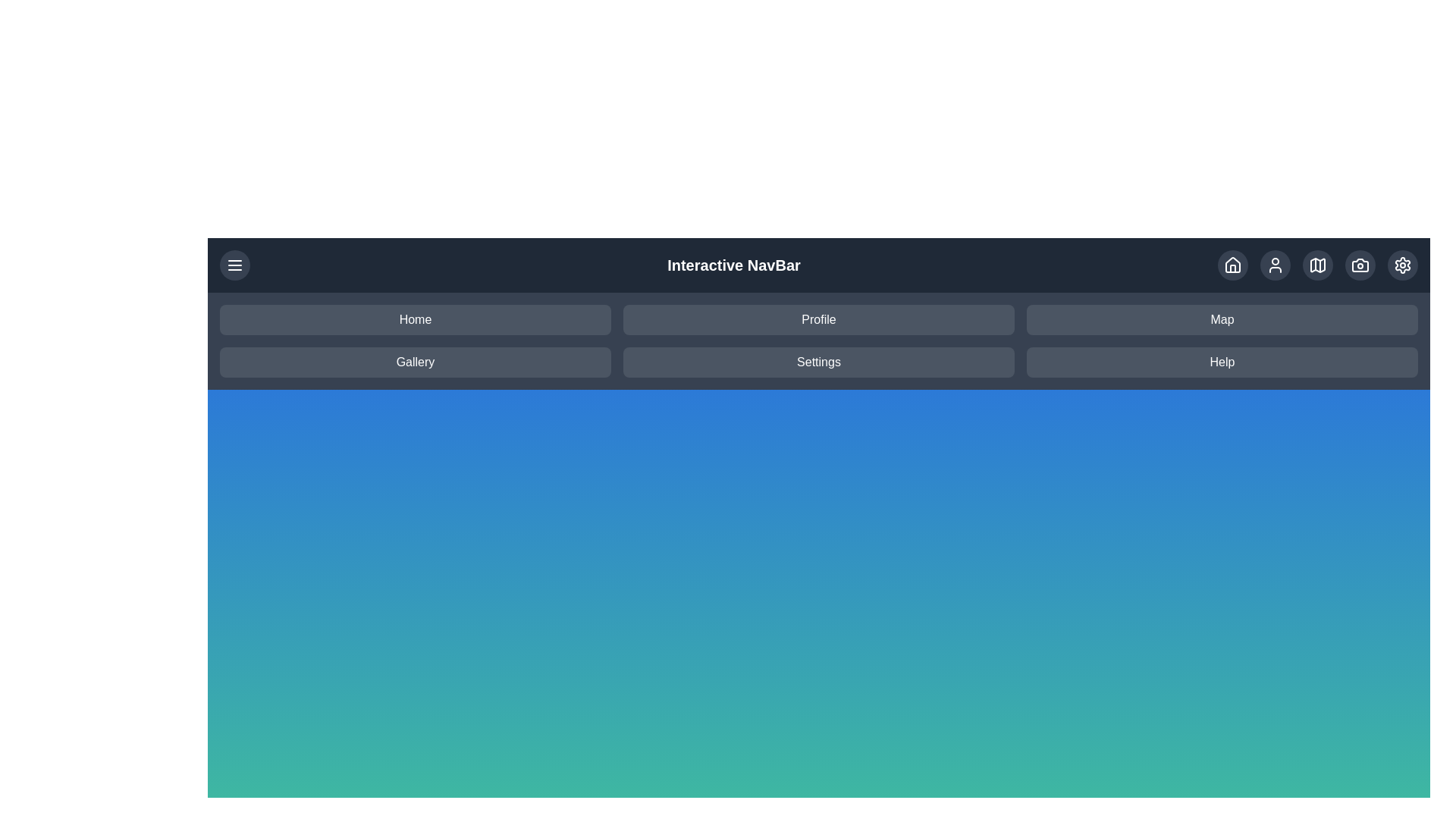 The width and height of the screenshot is (1456, 819). Describe the element at coordinates (1360, 265) in the screenshot. I see `the Camera icon in the action bar` at that location.